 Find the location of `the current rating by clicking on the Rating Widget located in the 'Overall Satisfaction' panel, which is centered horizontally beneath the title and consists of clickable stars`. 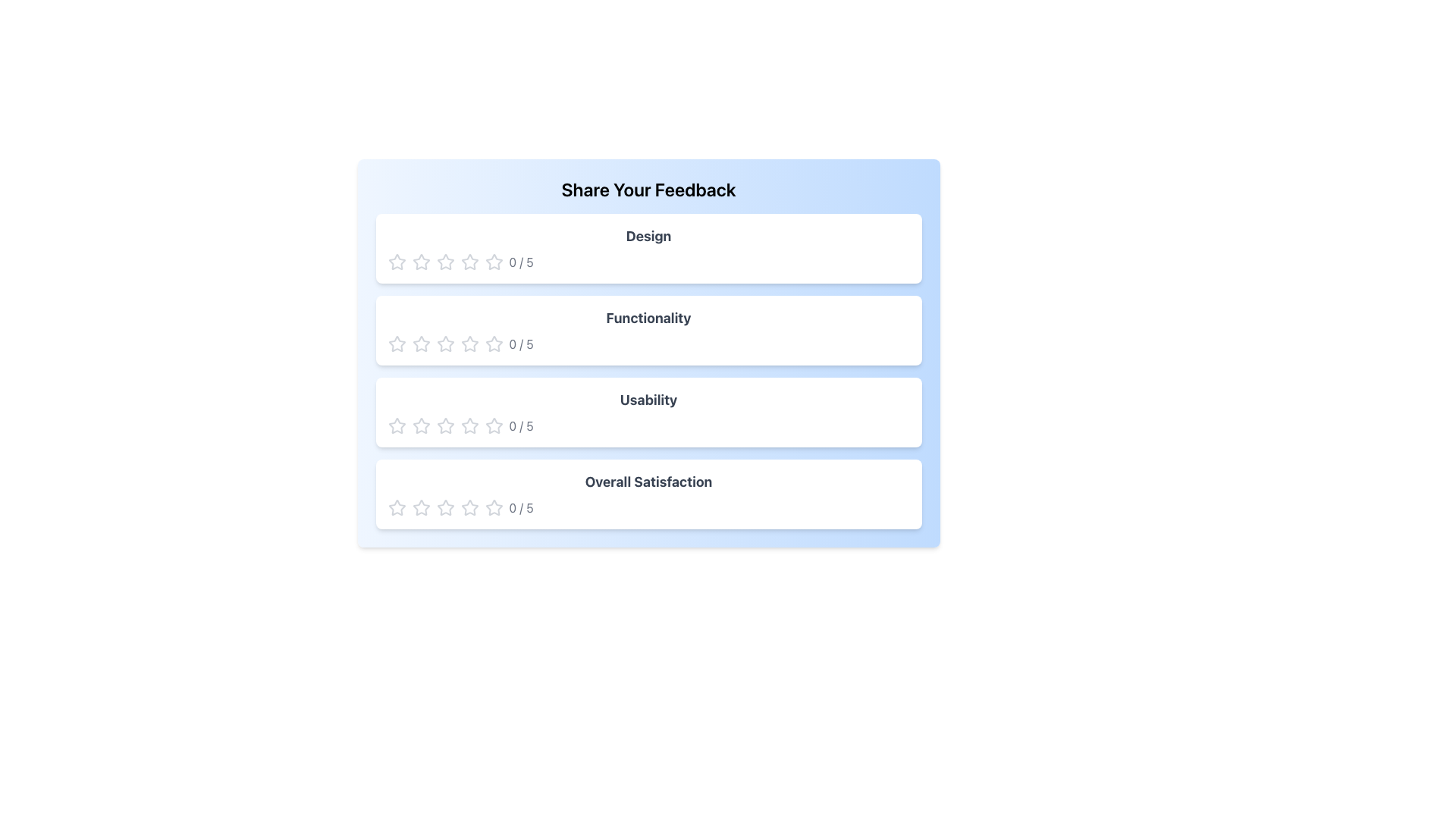

the current rating by clicking on the Rating Widget located in the 'Overall Satisfaction' panel, which is centered horizontally beneath the title and consists of clickable stars is located at coordinates (648, 508).